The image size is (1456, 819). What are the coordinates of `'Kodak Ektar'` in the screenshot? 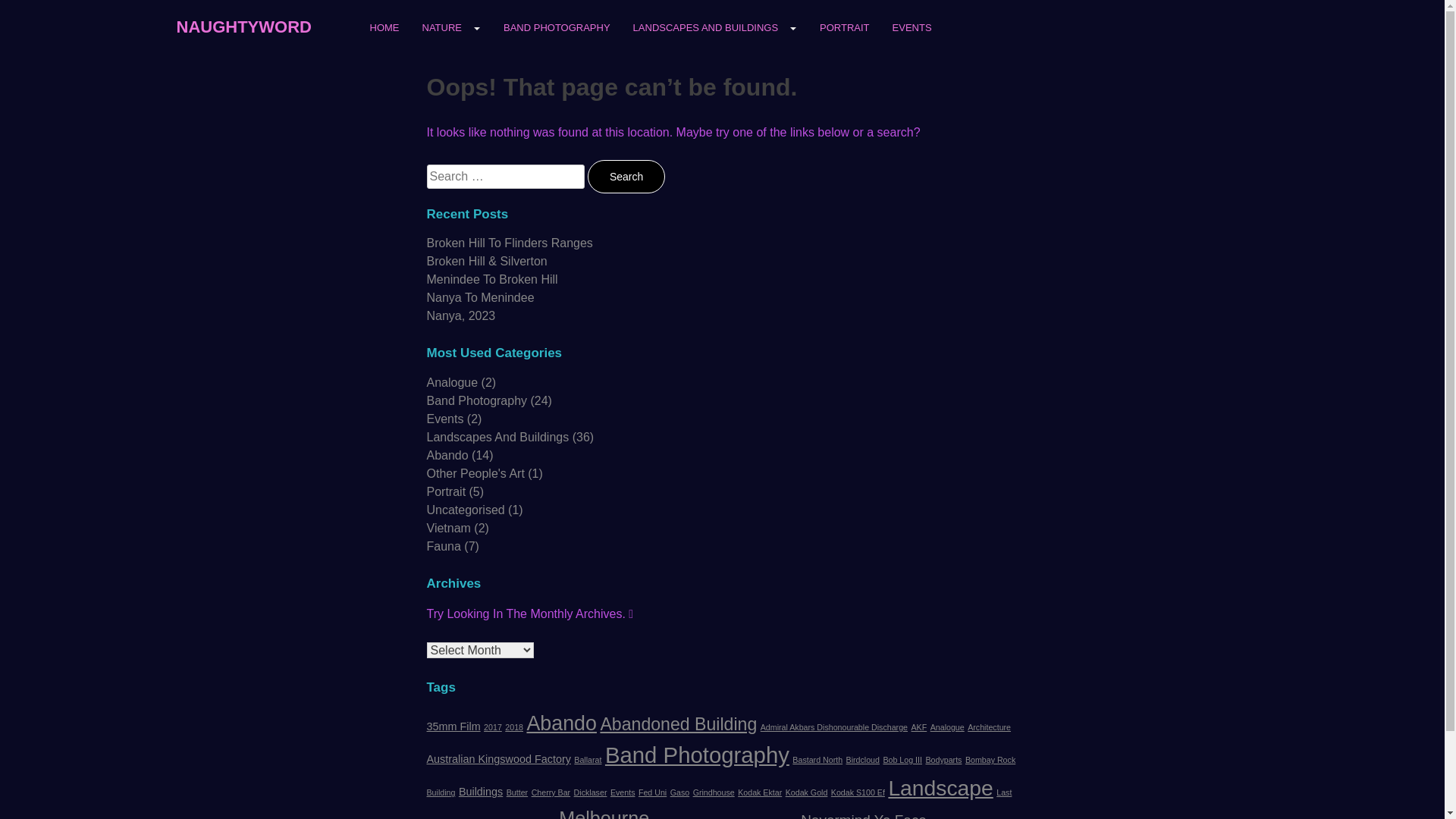 It's located at (738, 792).